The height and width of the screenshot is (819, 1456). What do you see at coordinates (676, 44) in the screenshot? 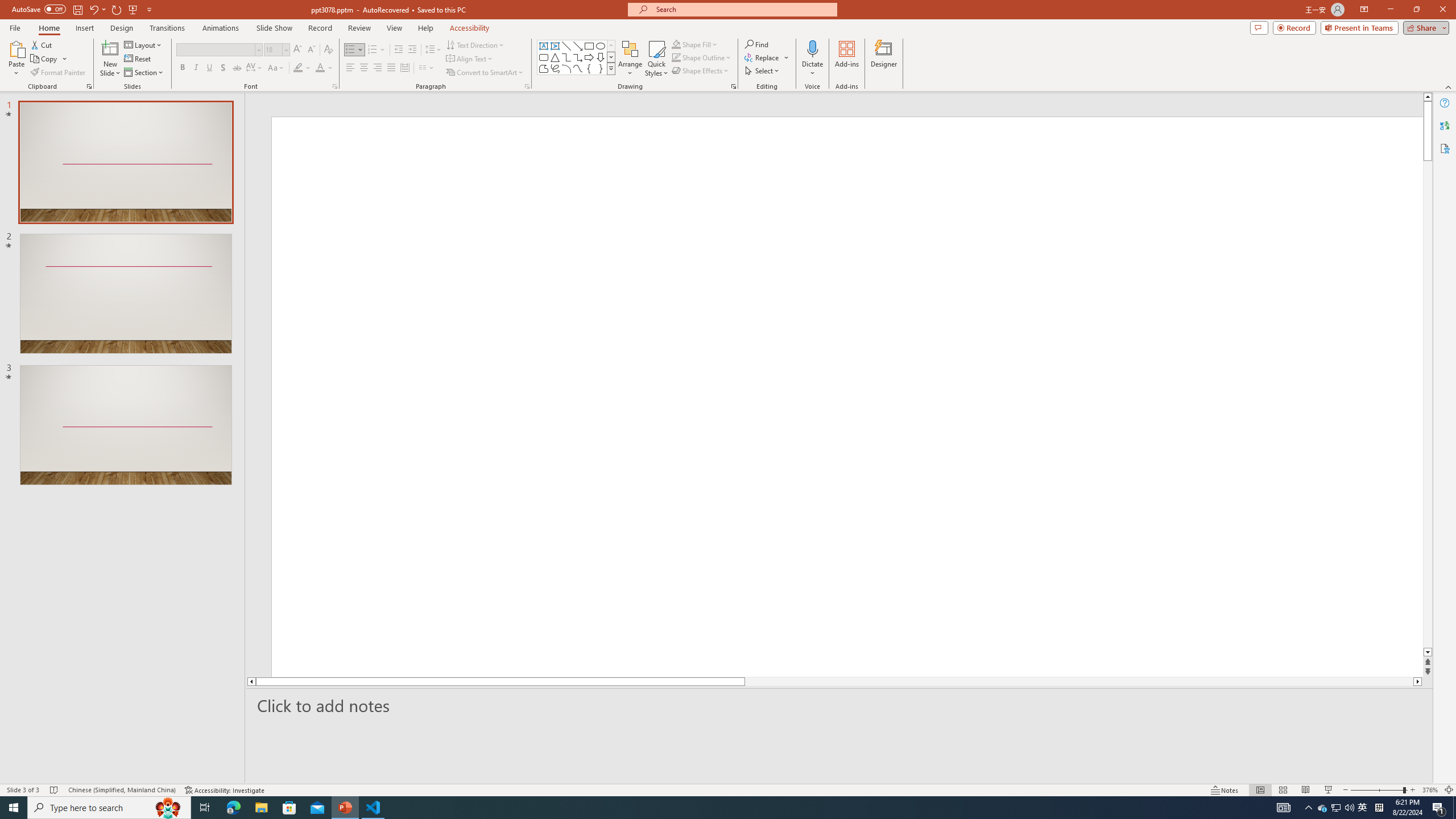
I see `'Shape Fill Dark Green, Accent 2'` at bounding box center [676, 44].